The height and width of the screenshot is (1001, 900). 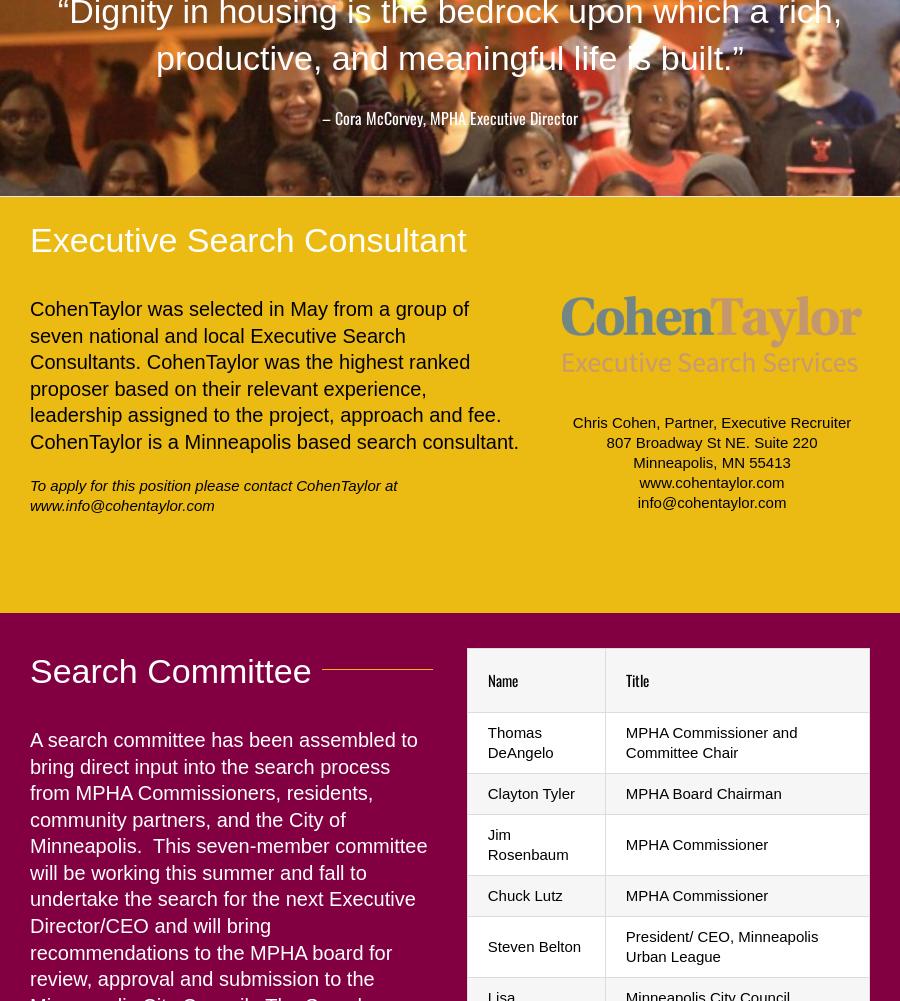 What do you see at coordinates (170, 668) in the screenshot?
I see `'Search Committee'` at bounding box center [170, 668].